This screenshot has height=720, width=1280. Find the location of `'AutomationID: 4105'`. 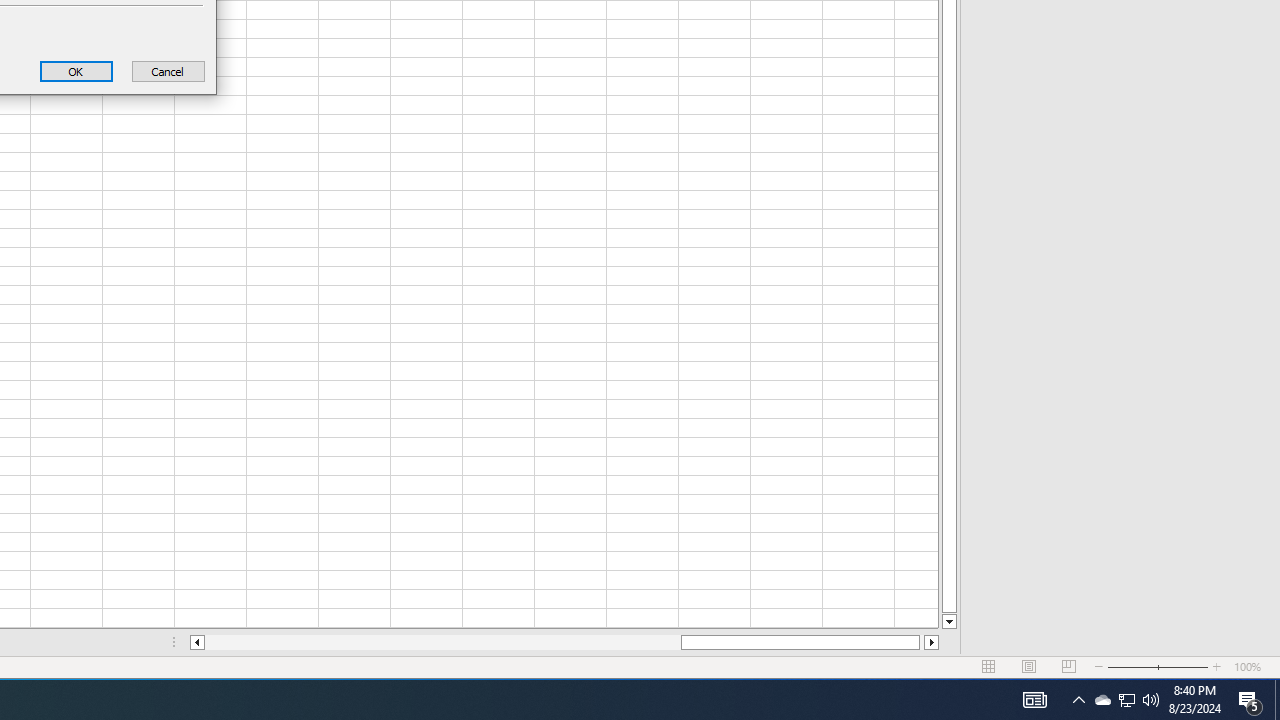

'AutomationID: 4105' is located at coordinates (1078, 698).